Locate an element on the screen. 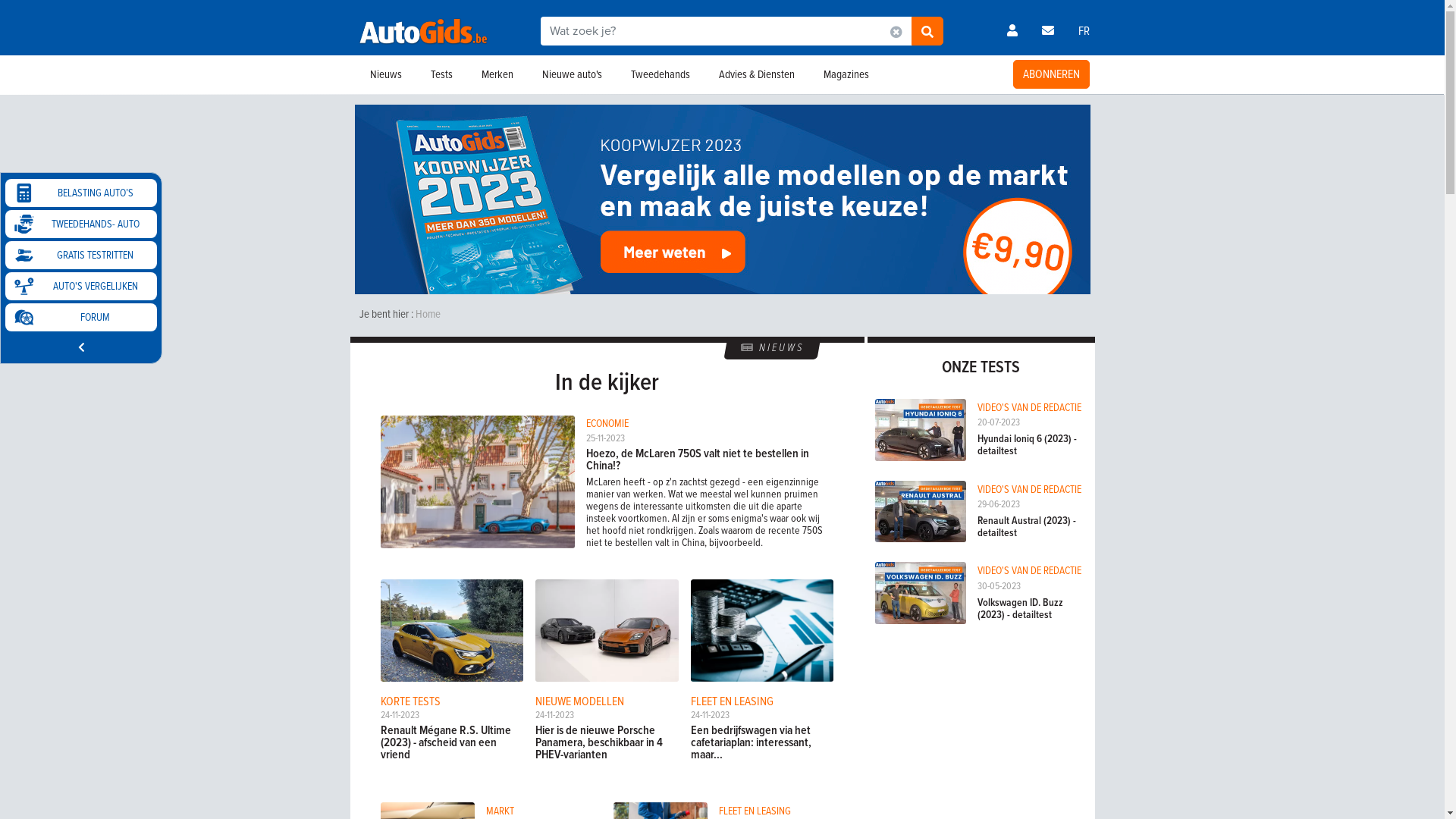 Image resolution: width=1456 pixels, height=819 pixels. 'Tests' is located at coordinates (415, 74).